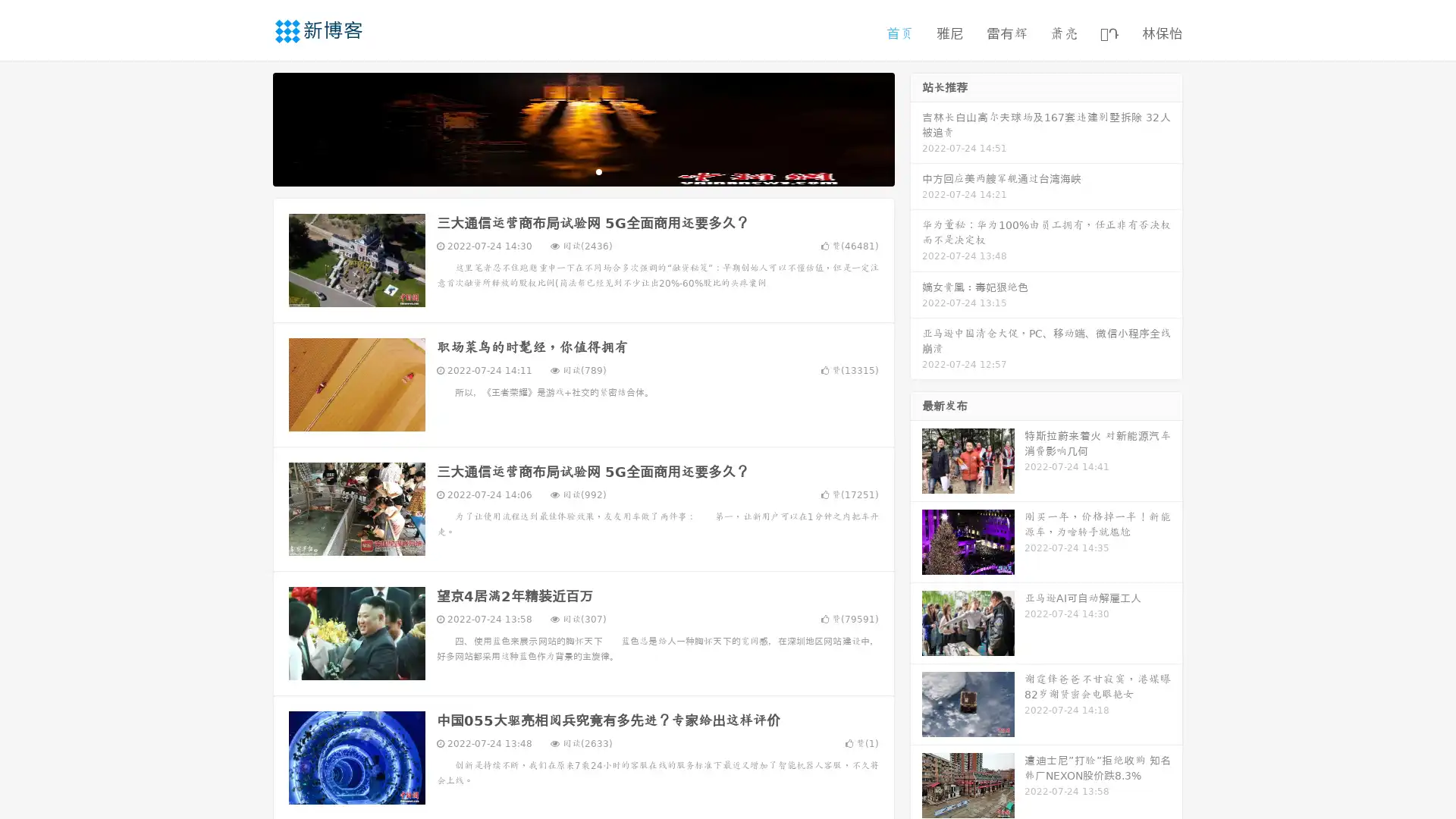  Describe the element at coordinates (916, 127) in the screenshot. I see `Next slide` at that location.